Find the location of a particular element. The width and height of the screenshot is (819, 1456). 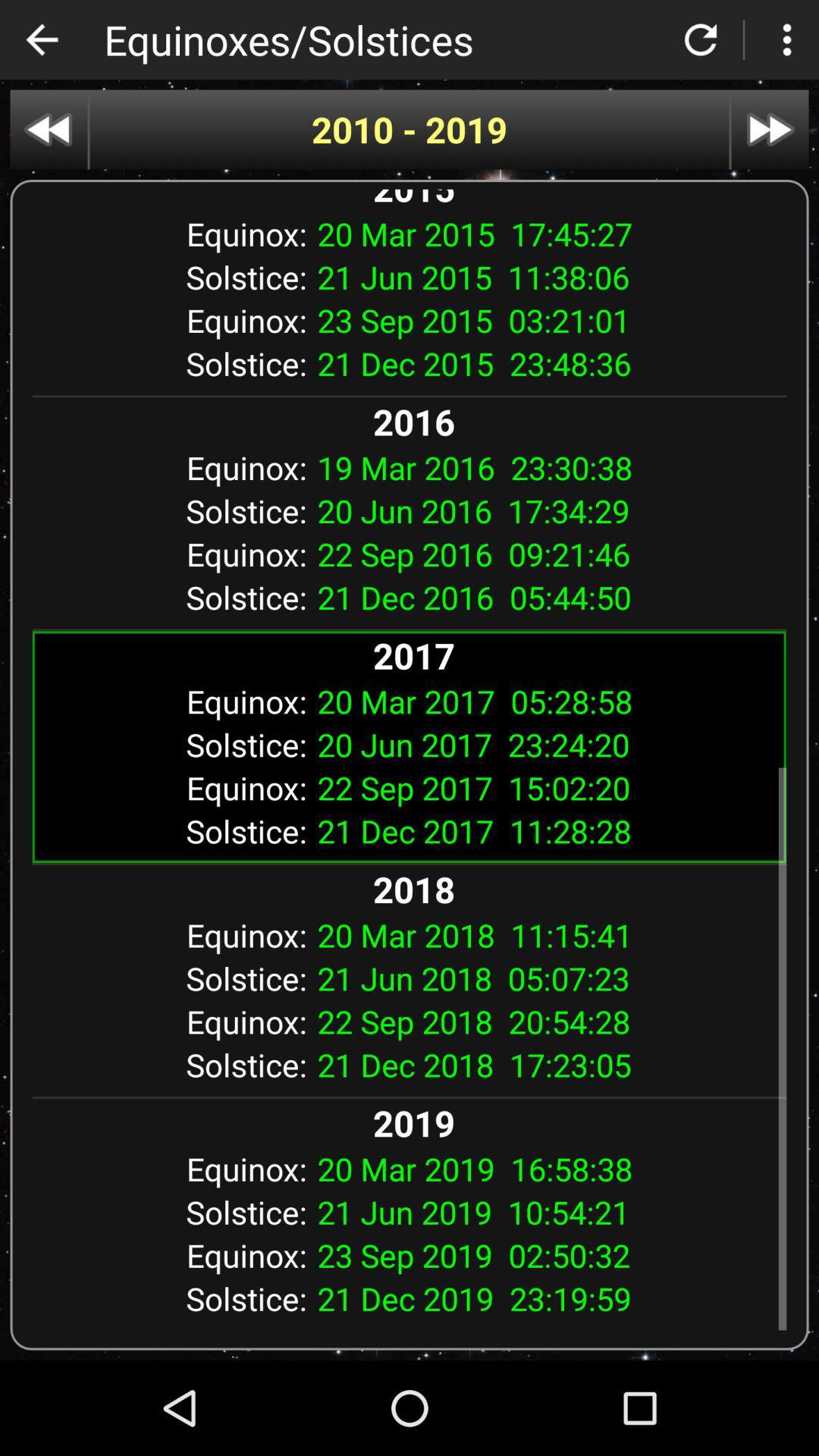

the icon above 2015 app is located at coordinates (409, 130).